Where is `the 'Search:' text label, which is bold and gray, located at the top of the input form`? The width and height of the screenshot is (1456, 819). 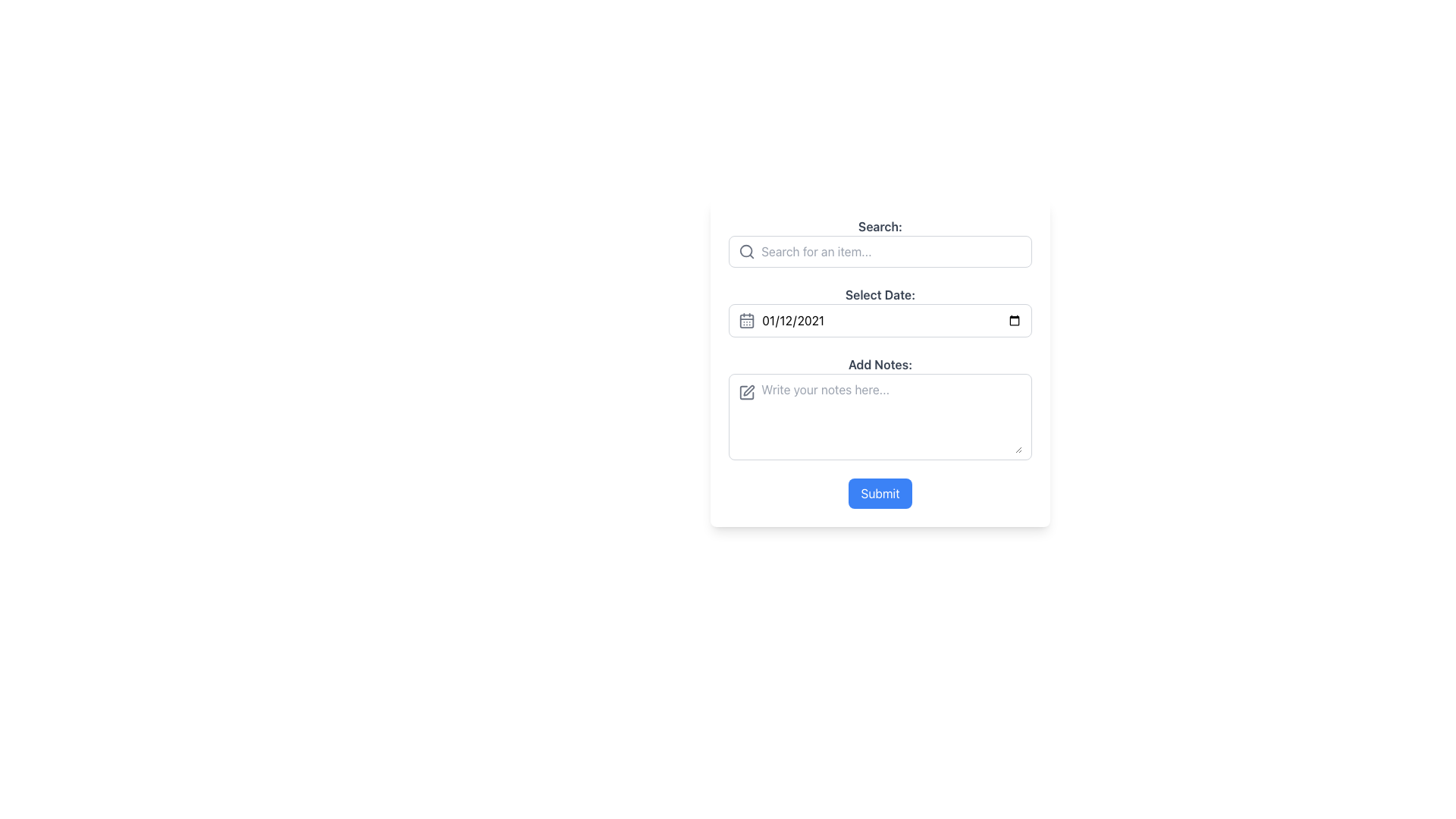 the 'Search:' text label, which is bold and gray, located at the top of the input form is located at coordinates (880, 227).